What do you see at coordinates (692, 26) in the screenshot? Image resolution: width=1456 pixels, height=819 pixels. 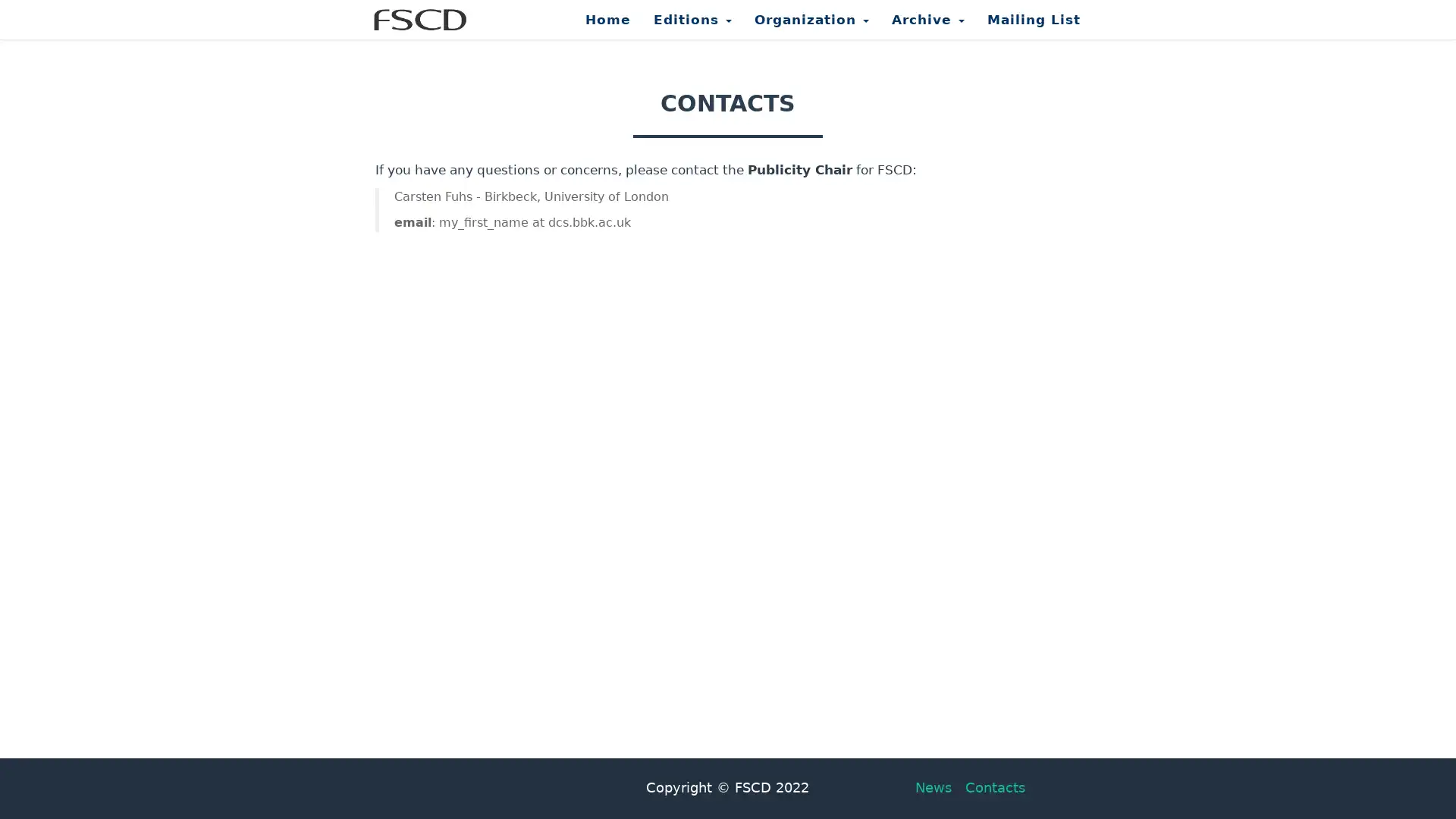 I see `Editions` at bounding box center [692, 26].